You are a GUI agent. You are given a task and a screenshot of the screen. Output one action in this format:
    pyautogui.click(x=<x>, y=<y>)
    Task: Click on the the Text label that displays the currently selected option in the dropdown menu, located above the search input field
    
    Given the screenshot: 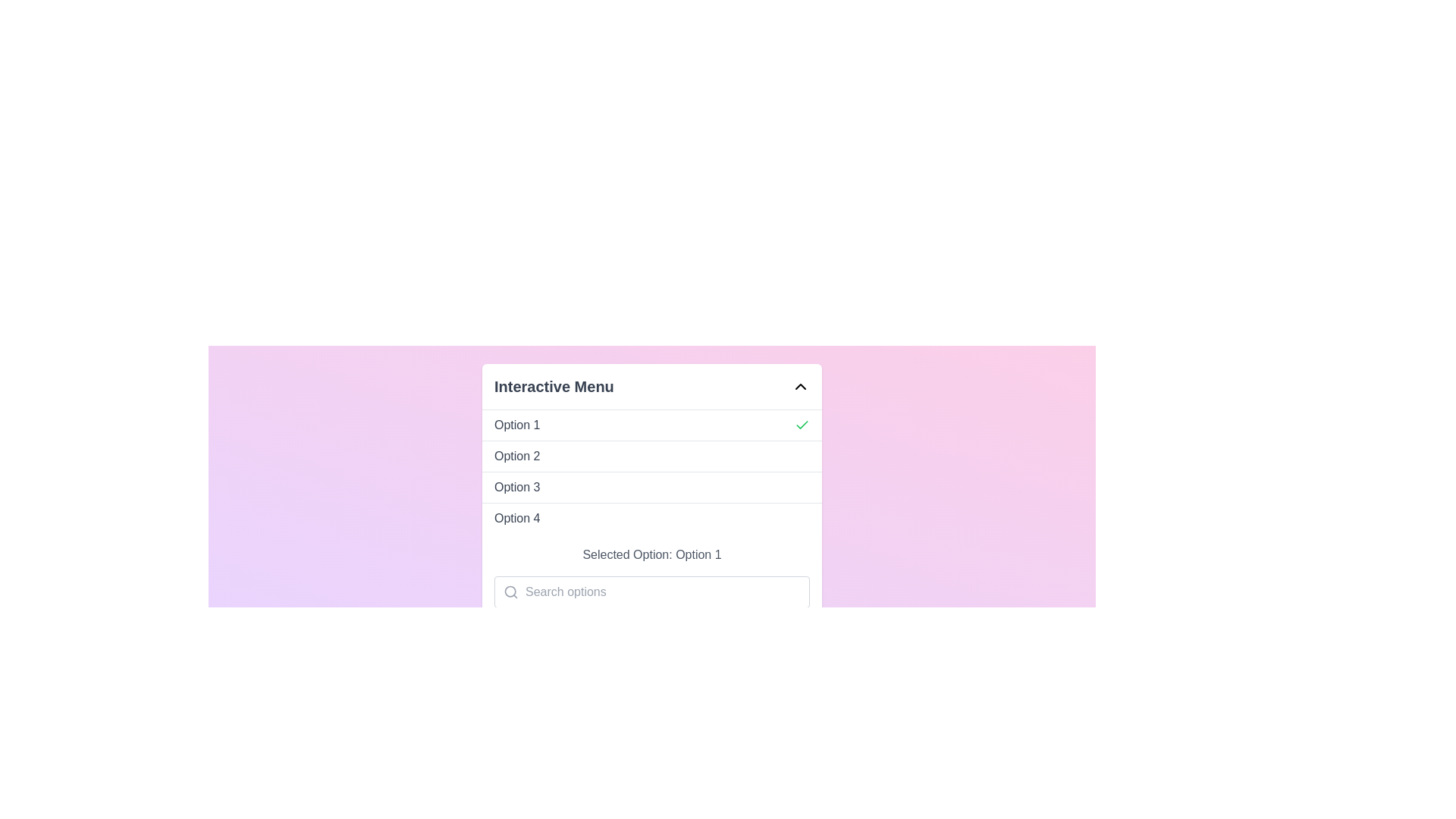 What is the action you would take?
    pyautogui.click(x=651, y=555)
    